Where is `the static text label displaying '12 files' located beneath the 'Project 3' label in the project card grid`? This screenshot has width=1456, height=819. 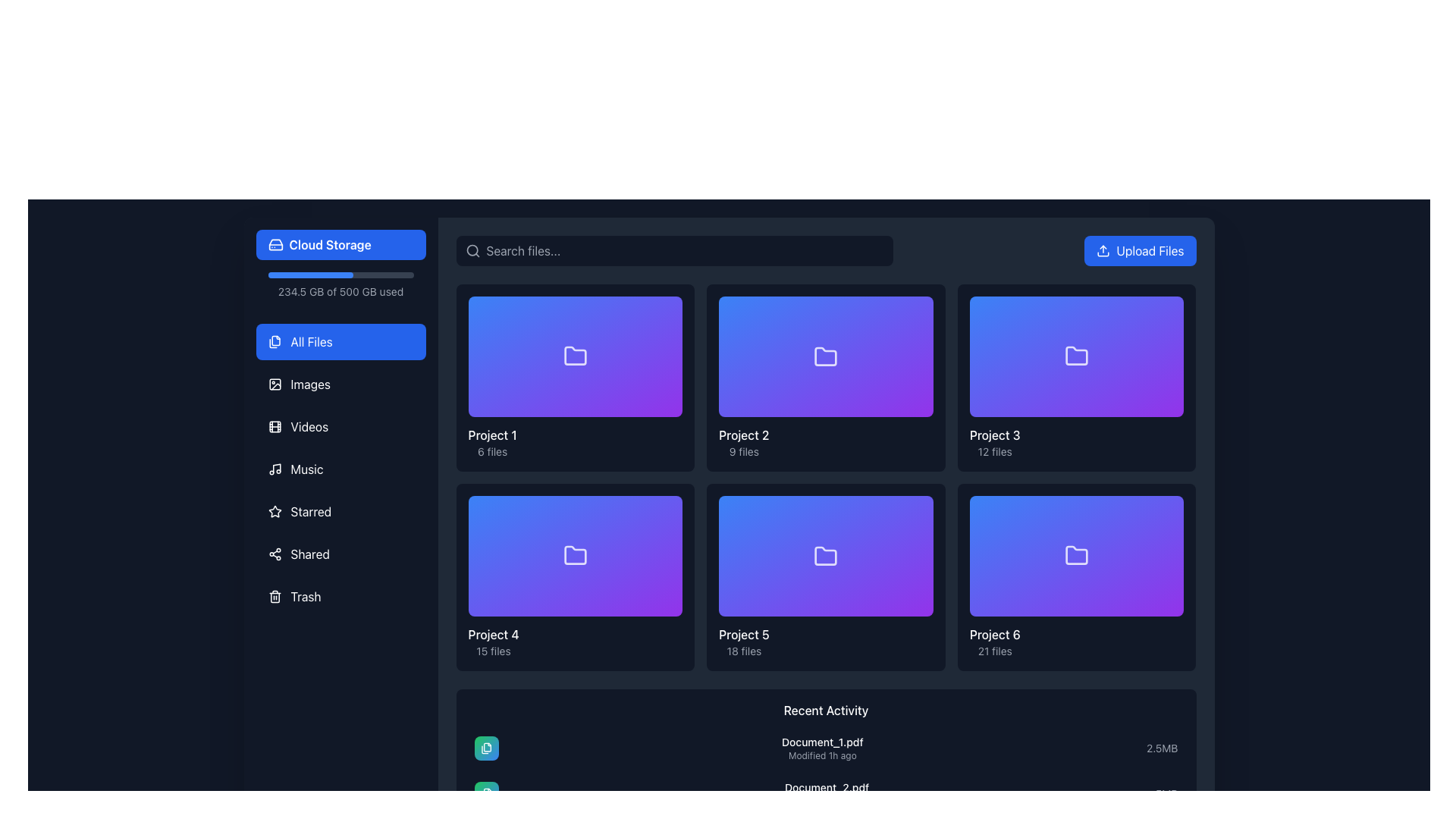 the static text label displaying '12 files' located beneath the 'Project 3' label in the project card grid is located at coordinates (995, 450).